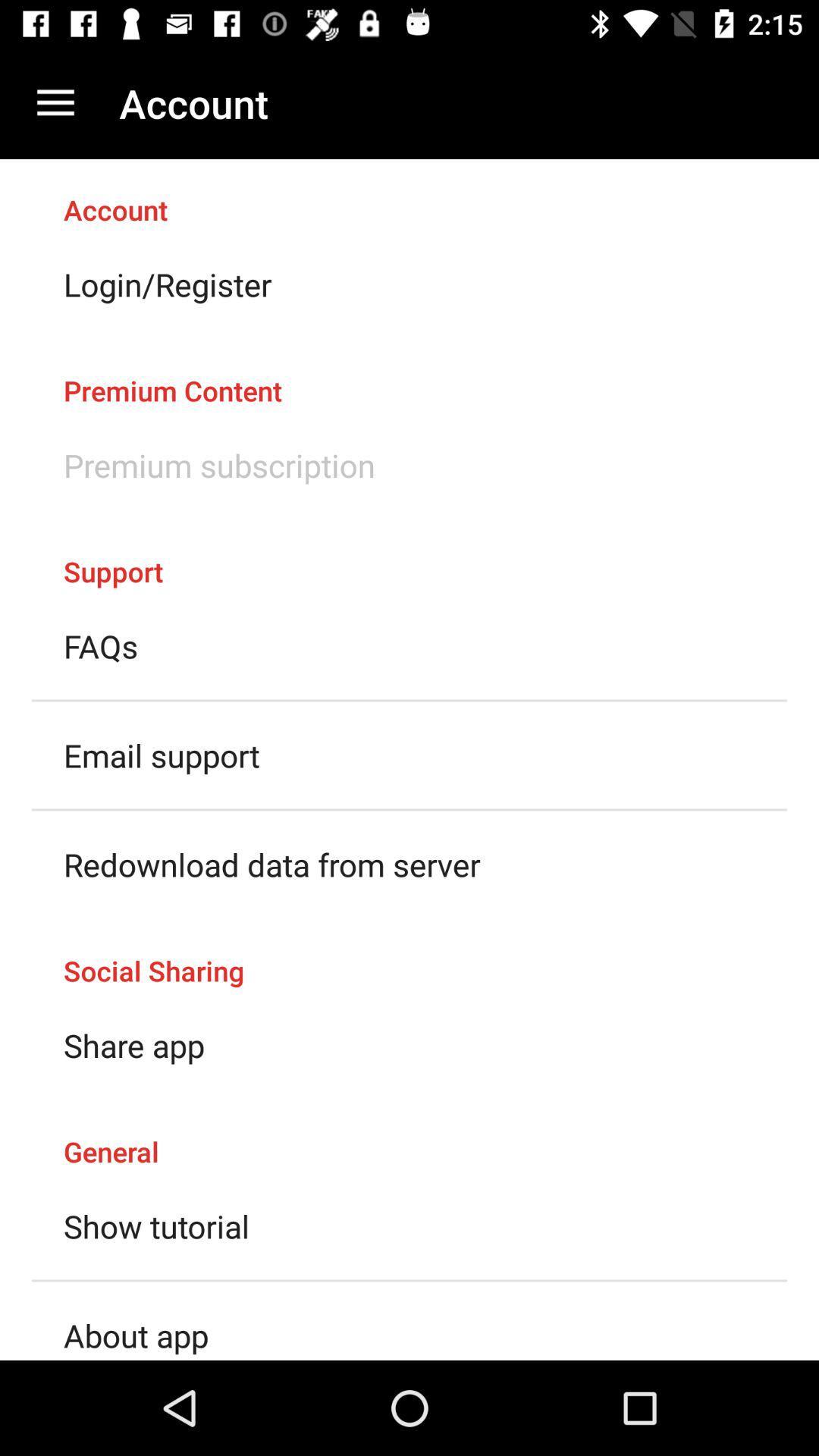  What do you see at coordinates (156, 1226) in the screenshot?
I see `the show tutorial item` at bounding box center [156, 1226].